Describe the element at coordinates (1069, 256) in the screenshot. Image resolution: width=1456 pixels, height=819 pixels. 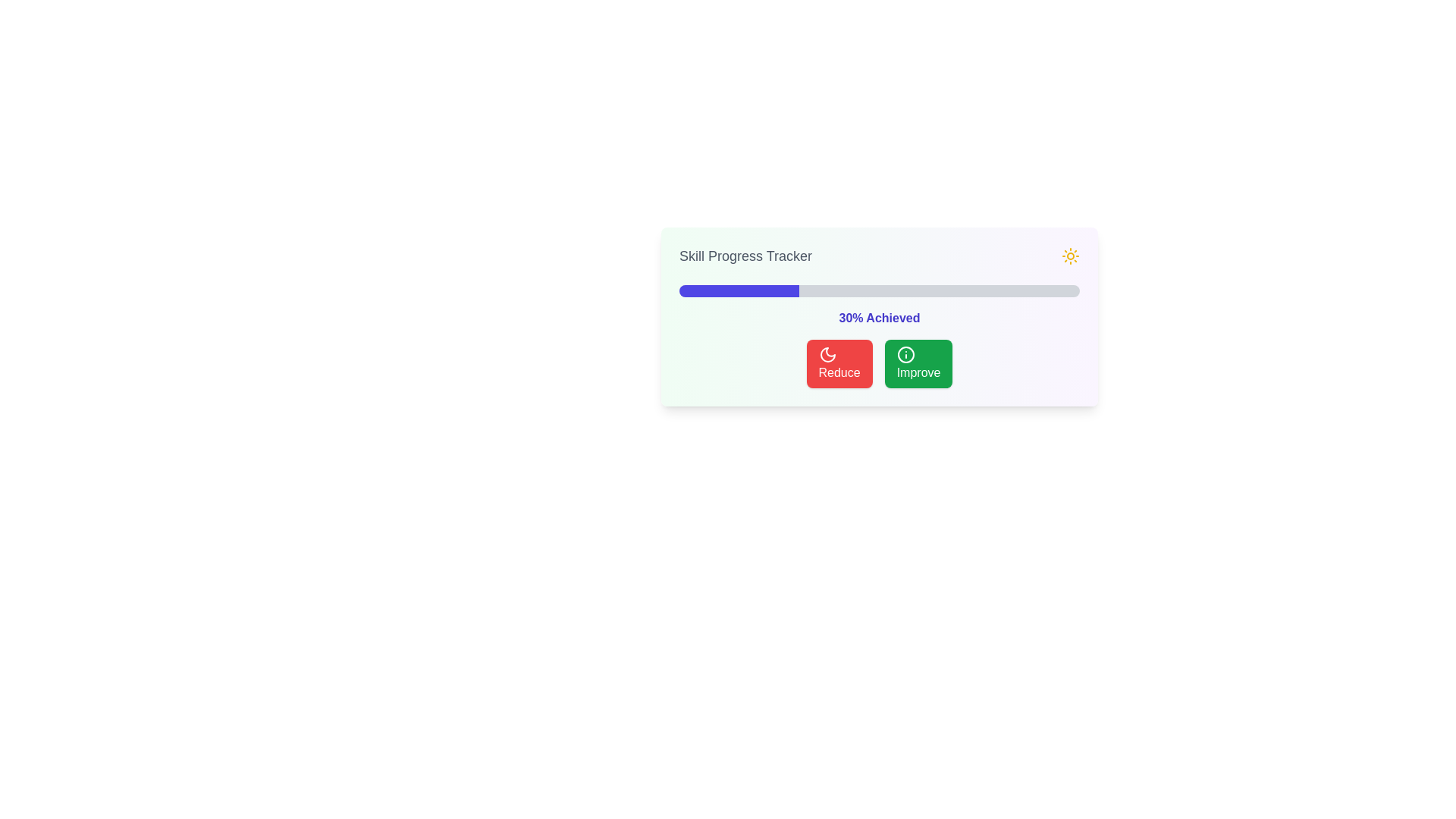
I see `the sun icon located on the far right side of the header section titled 'Skill Progress Tracker'. This icon features a circular core with radiating lines and is styled in yellowish color` at that location.